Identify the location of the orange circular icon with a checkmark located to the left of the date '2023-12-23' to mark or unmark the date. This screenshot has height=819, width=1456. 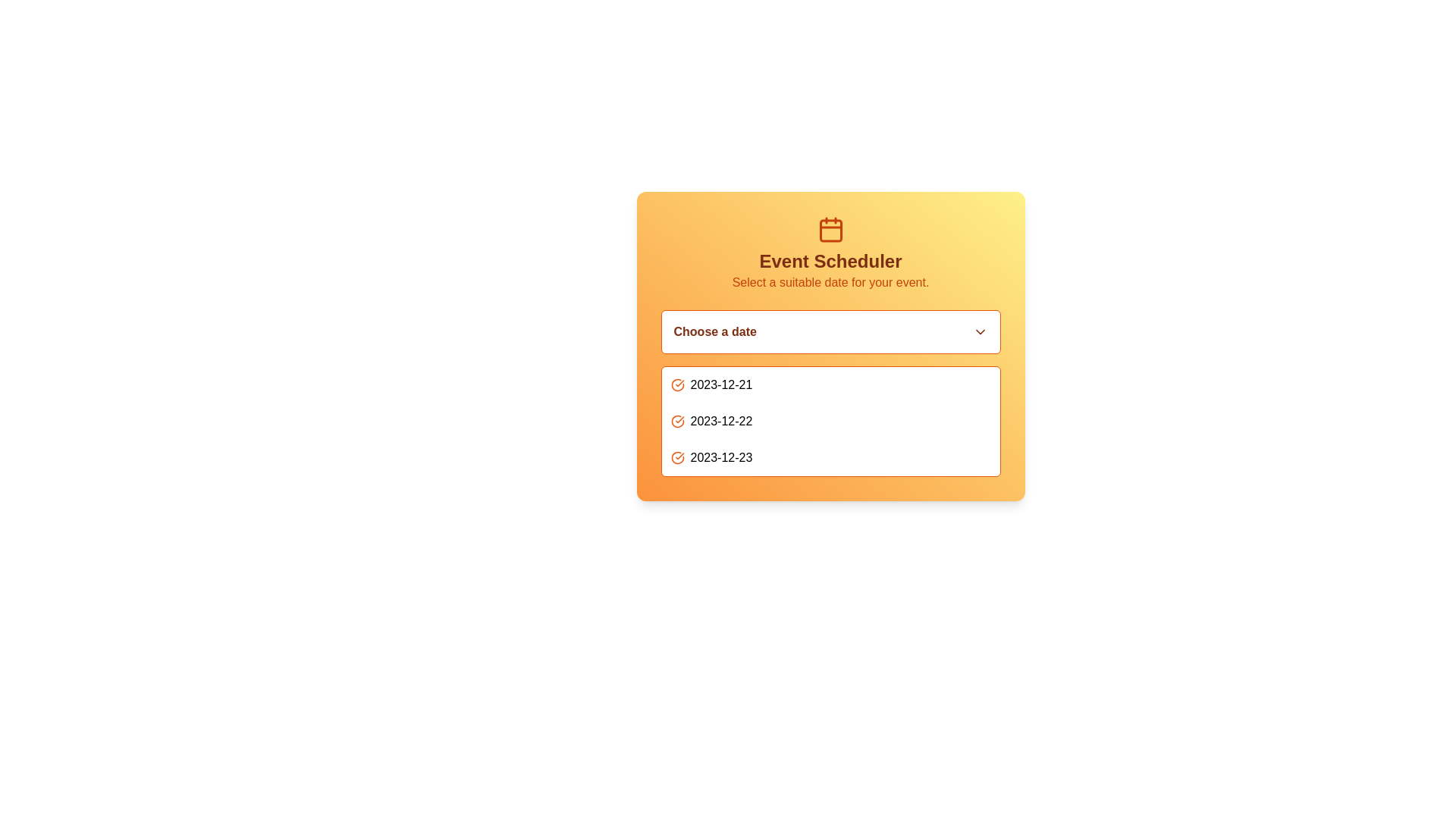
(676, 457).